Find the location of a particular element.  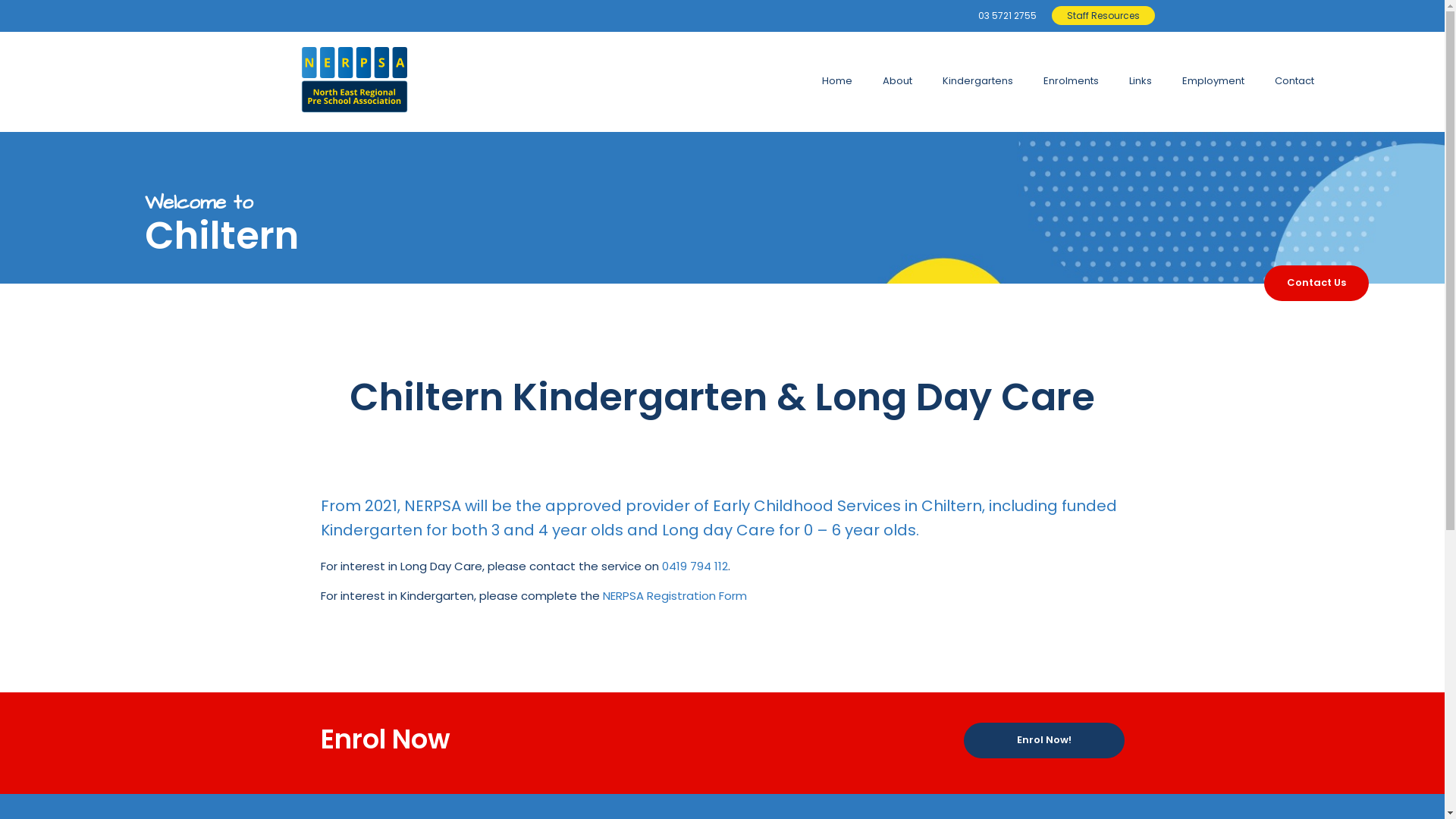

'0419 794 112' is located at coordinates (693, 566).